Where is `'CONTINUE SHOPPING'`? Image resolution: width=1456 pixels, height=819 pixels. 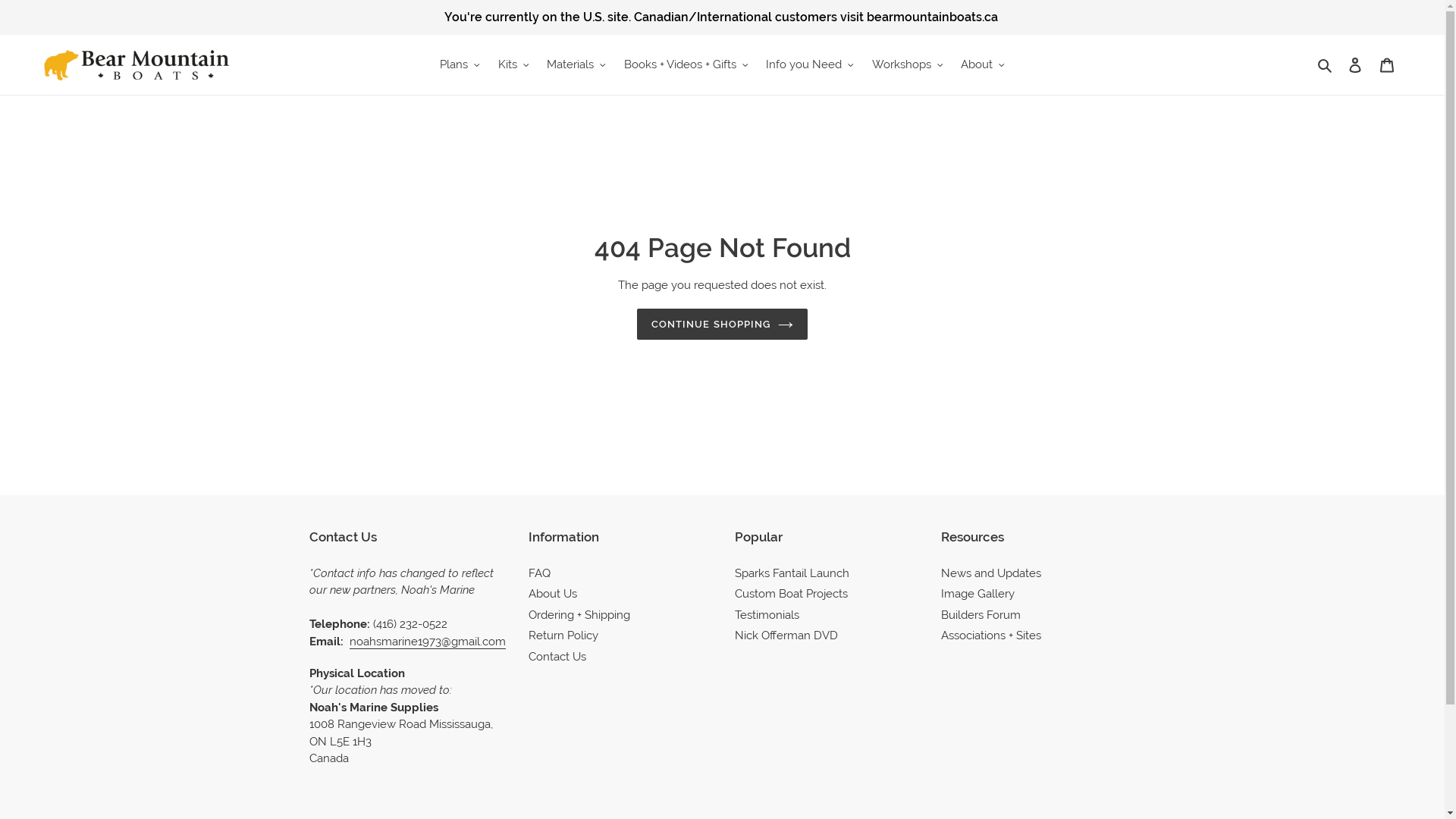 'CONTINUE SHOPPING' is located at coordinates (721, 324).